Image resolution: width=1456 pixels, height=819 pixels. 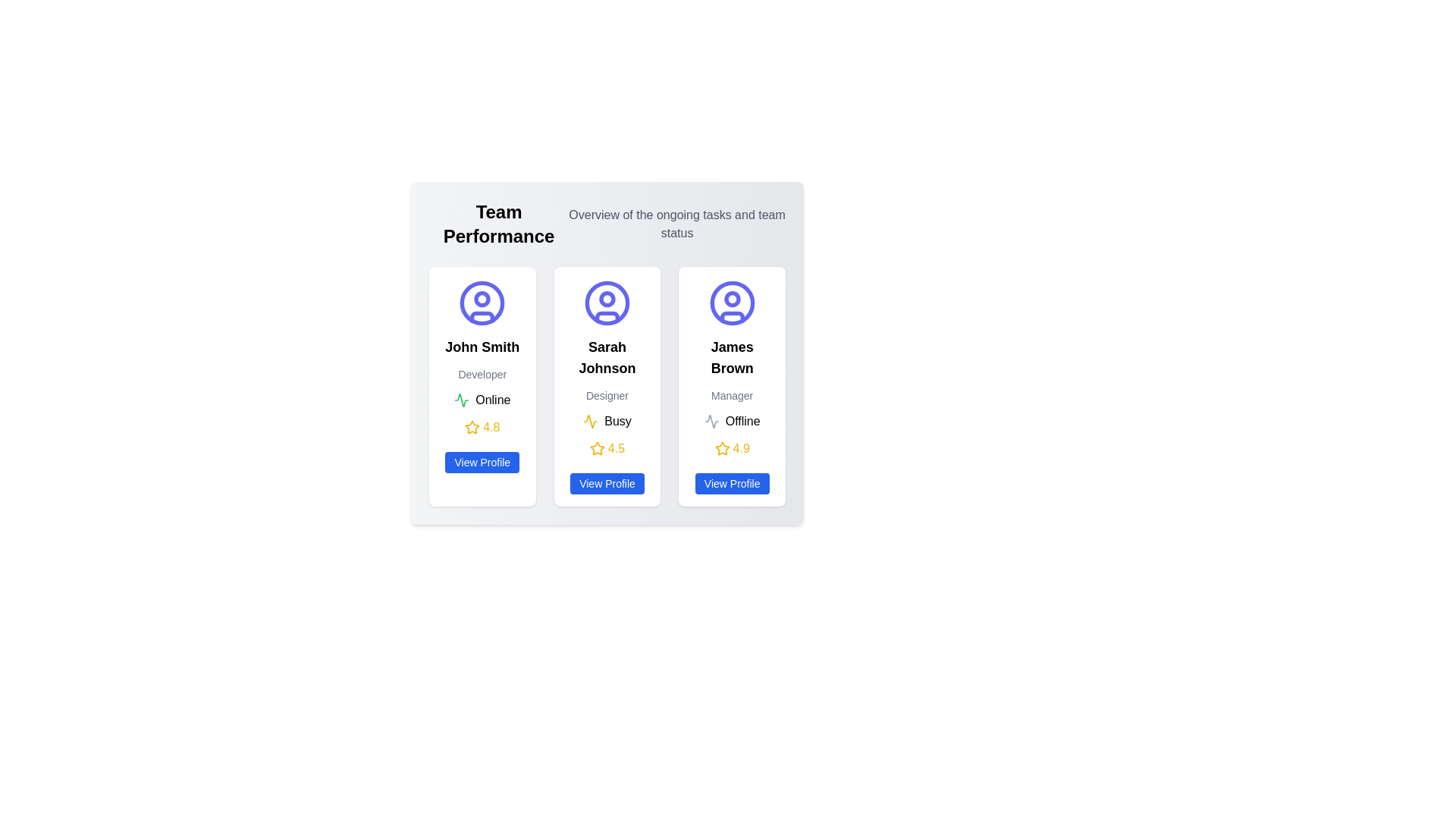 I want to click on the second star icon in the middle box of the layout associated with user 'Sarah Johnson' to interact with the rating, so click(x=596, y=447).